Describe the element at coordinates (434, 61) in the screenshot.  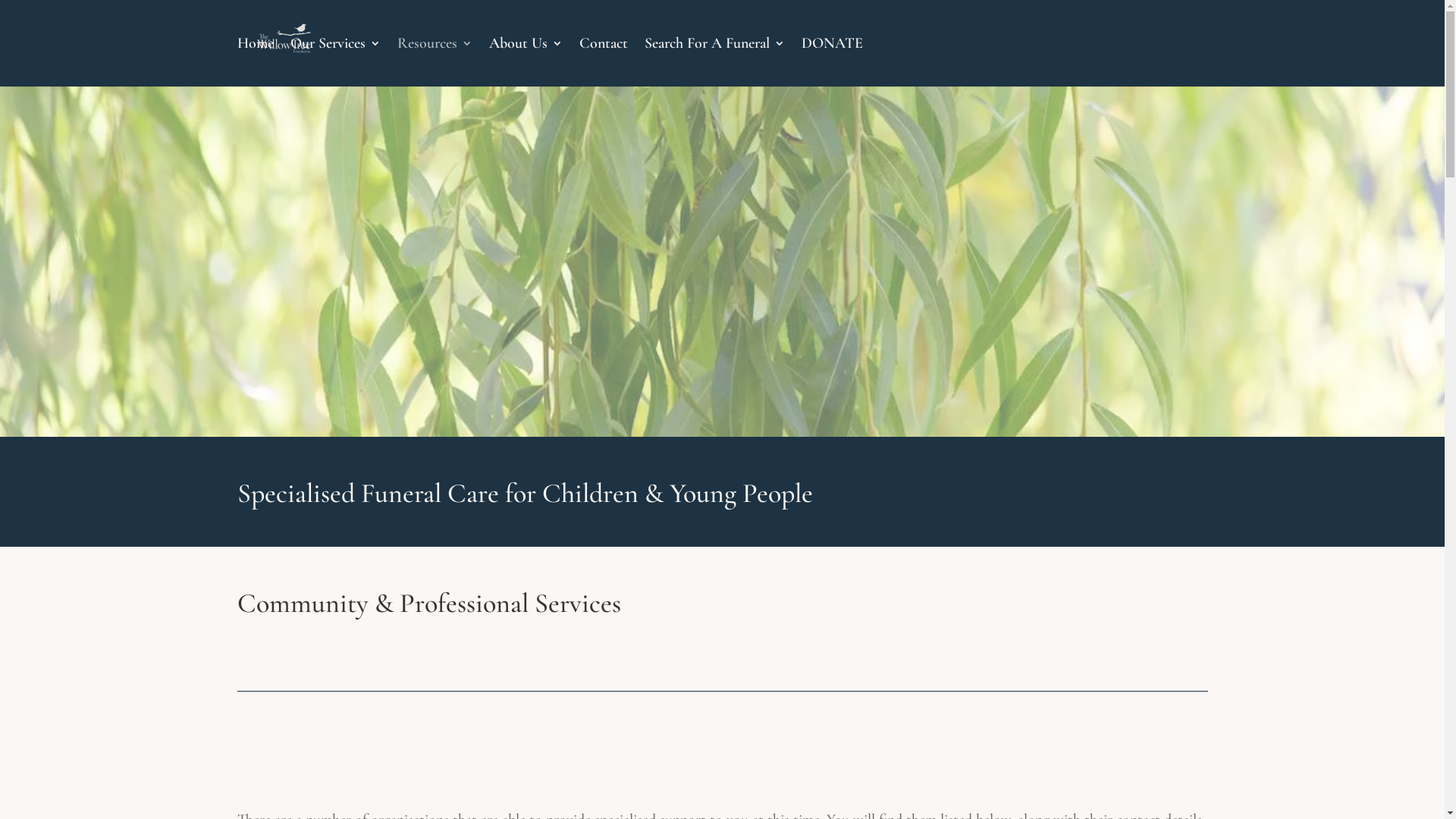
I see `'Resources'` at that location.